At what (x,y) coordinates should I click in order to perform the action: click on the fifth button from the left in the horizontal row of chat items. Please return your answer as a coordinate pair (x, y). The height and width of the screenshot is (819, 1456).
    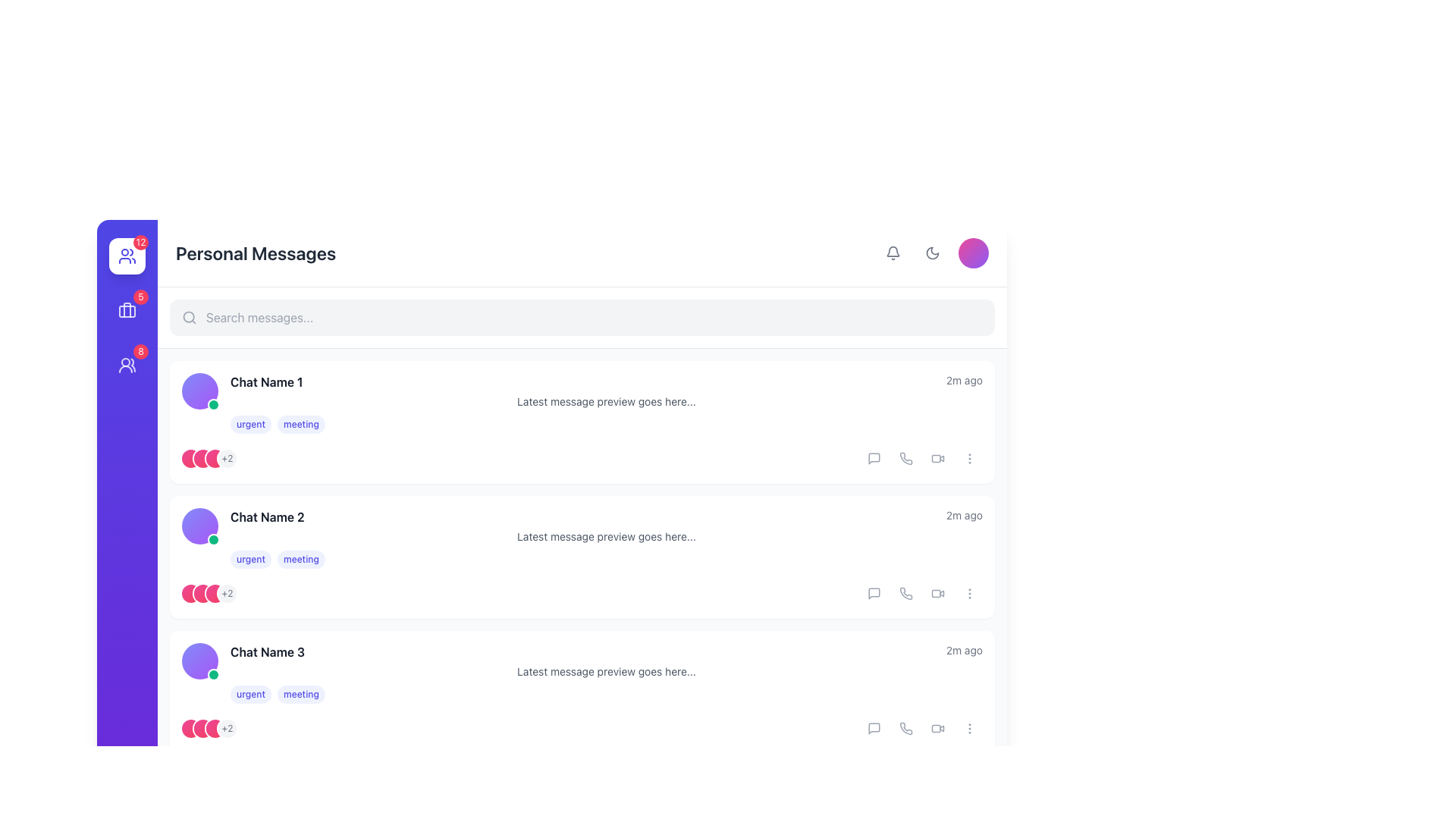
    Looking at the image, I should click on (968, 727).